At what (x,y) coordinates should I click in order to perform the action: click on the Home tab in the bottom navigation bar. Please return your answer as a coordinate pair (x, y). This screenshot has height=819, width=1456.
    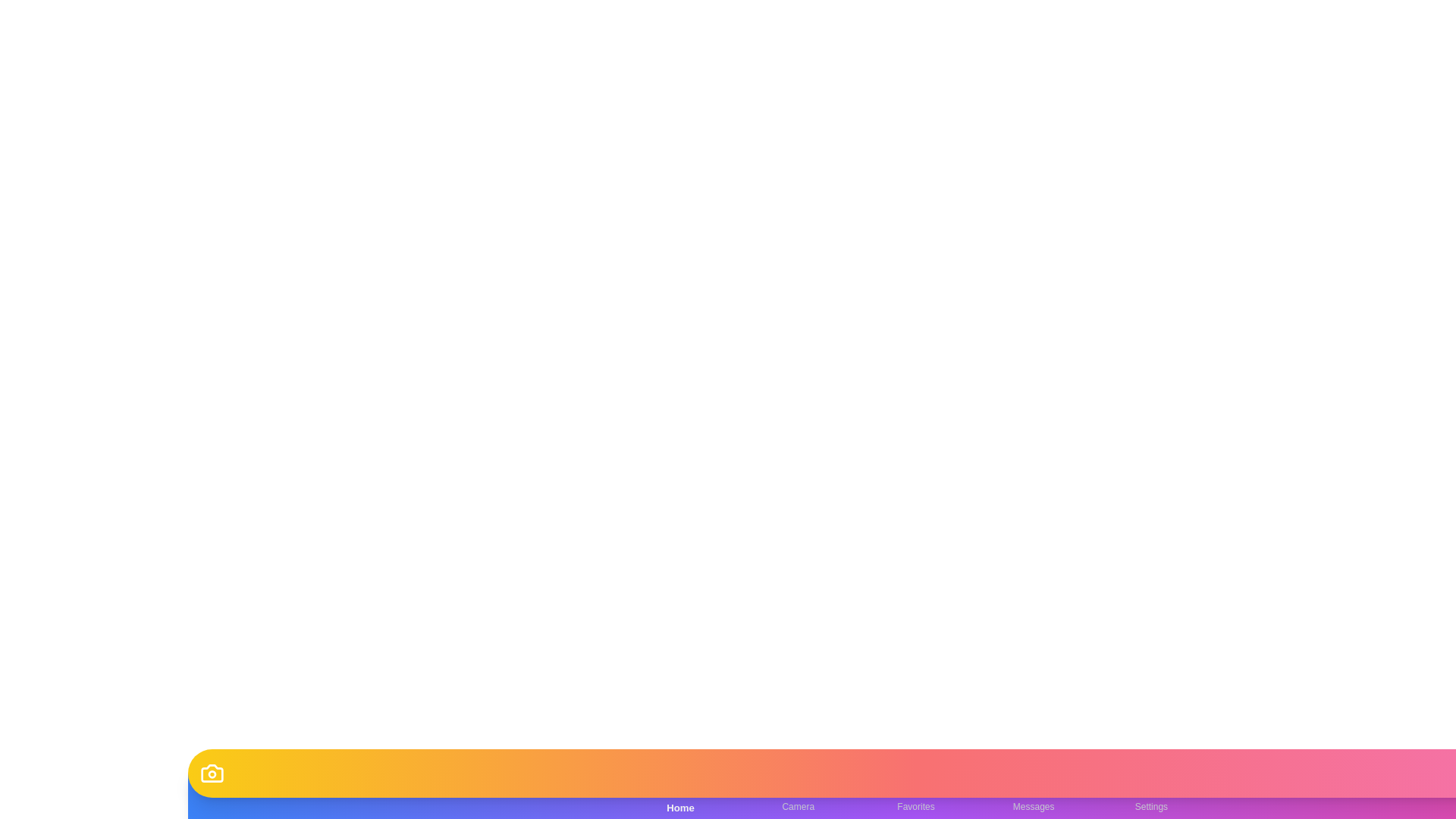
    Looking at the image, I should click on (679, 795).